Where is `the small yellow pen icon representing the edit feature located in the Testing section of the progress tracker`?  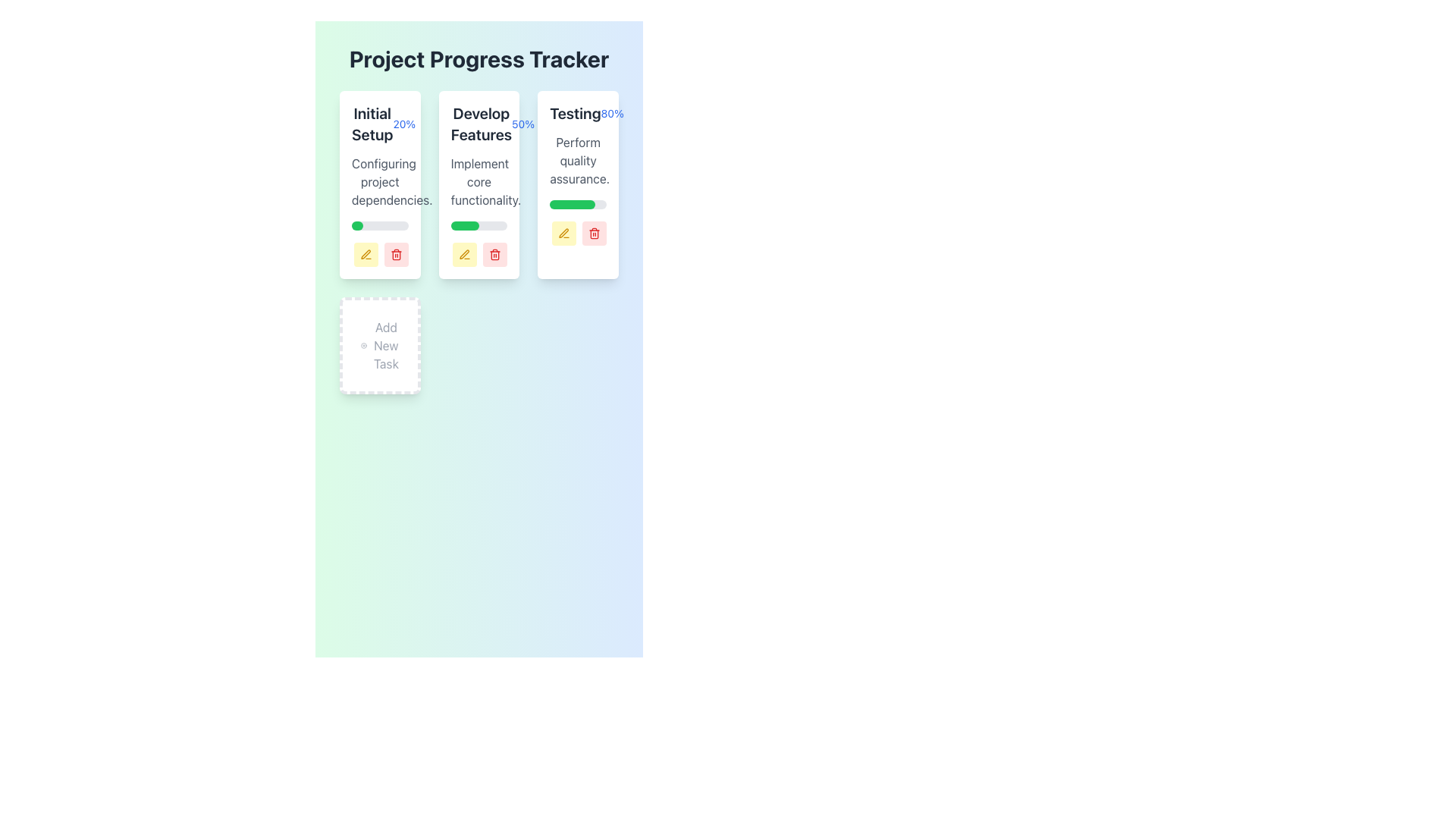
the small yellow pen icon representing the edit feature located in the Testing section of the progress tracker is located at coordinates (563, 234).